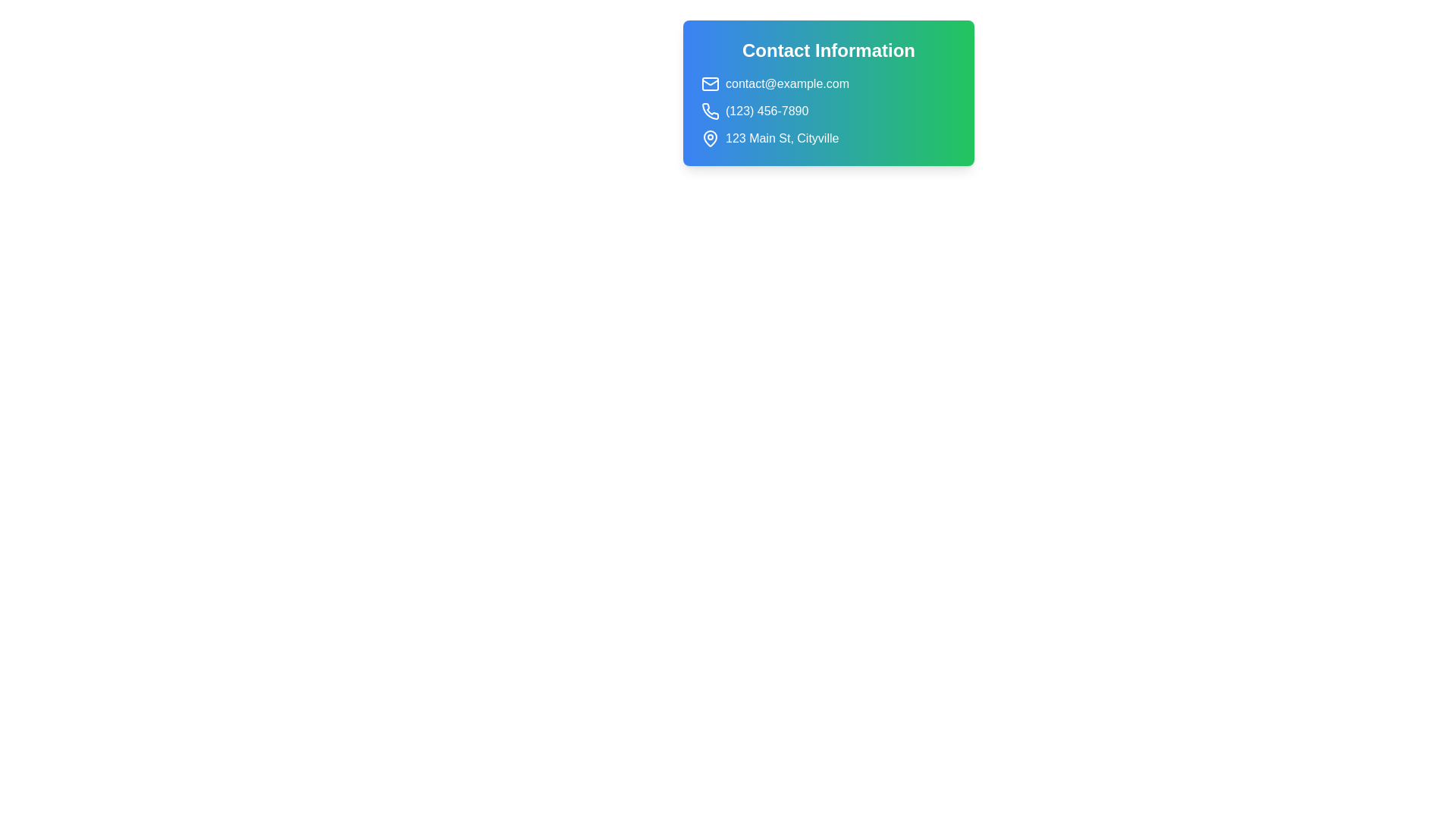 The width and height of the screenshot is (1456, 819). What do you see at coordinates (828, 84) in the screenshot?
I see `the email address 'contact@example.com' which is accompanied by a mail icon to initiate email composition` at bounding box center [828, 84].